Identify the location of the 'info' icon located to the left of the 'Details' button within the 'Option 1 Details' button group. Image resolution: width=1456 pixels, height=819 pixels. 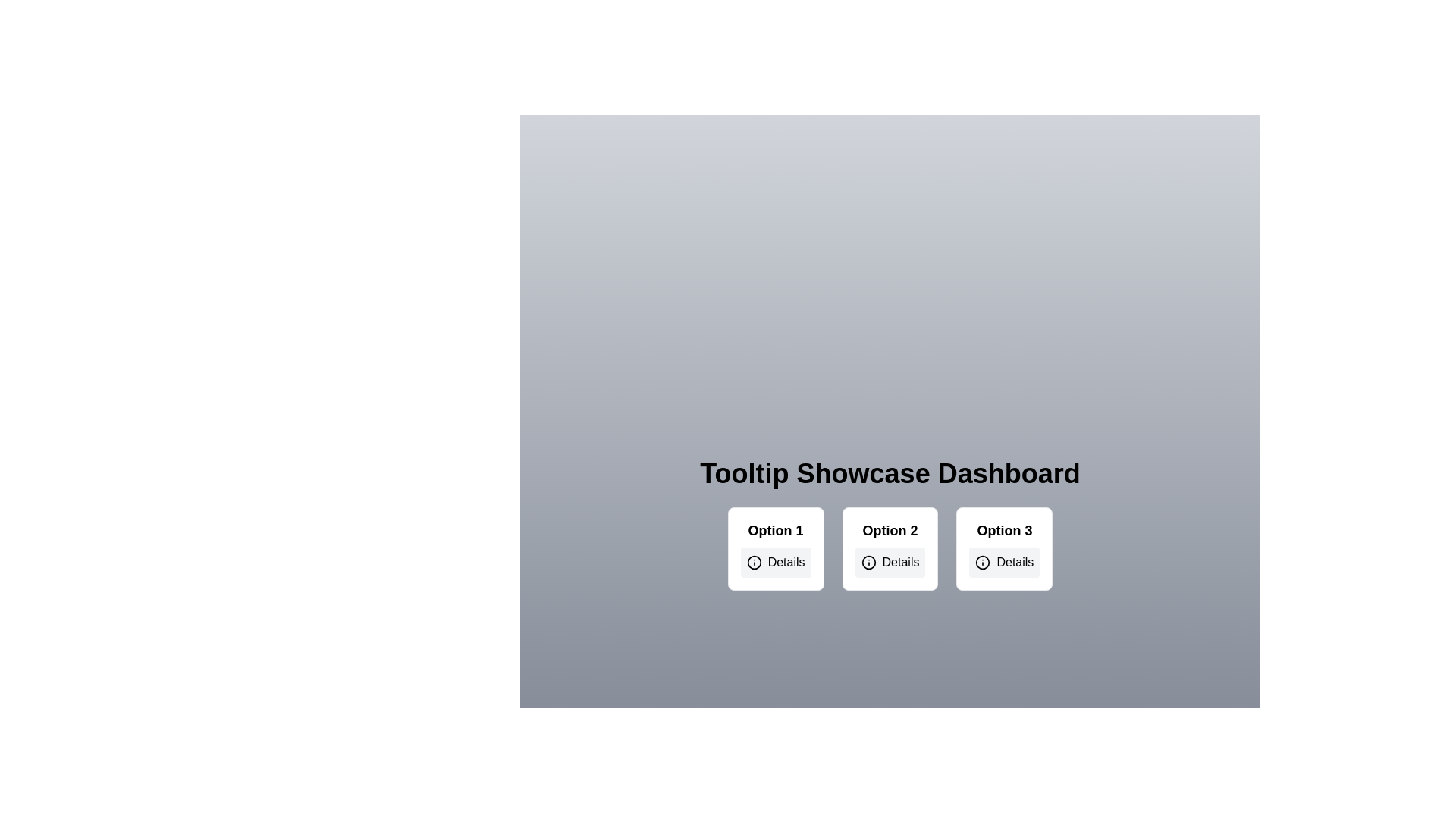
(754, 562).